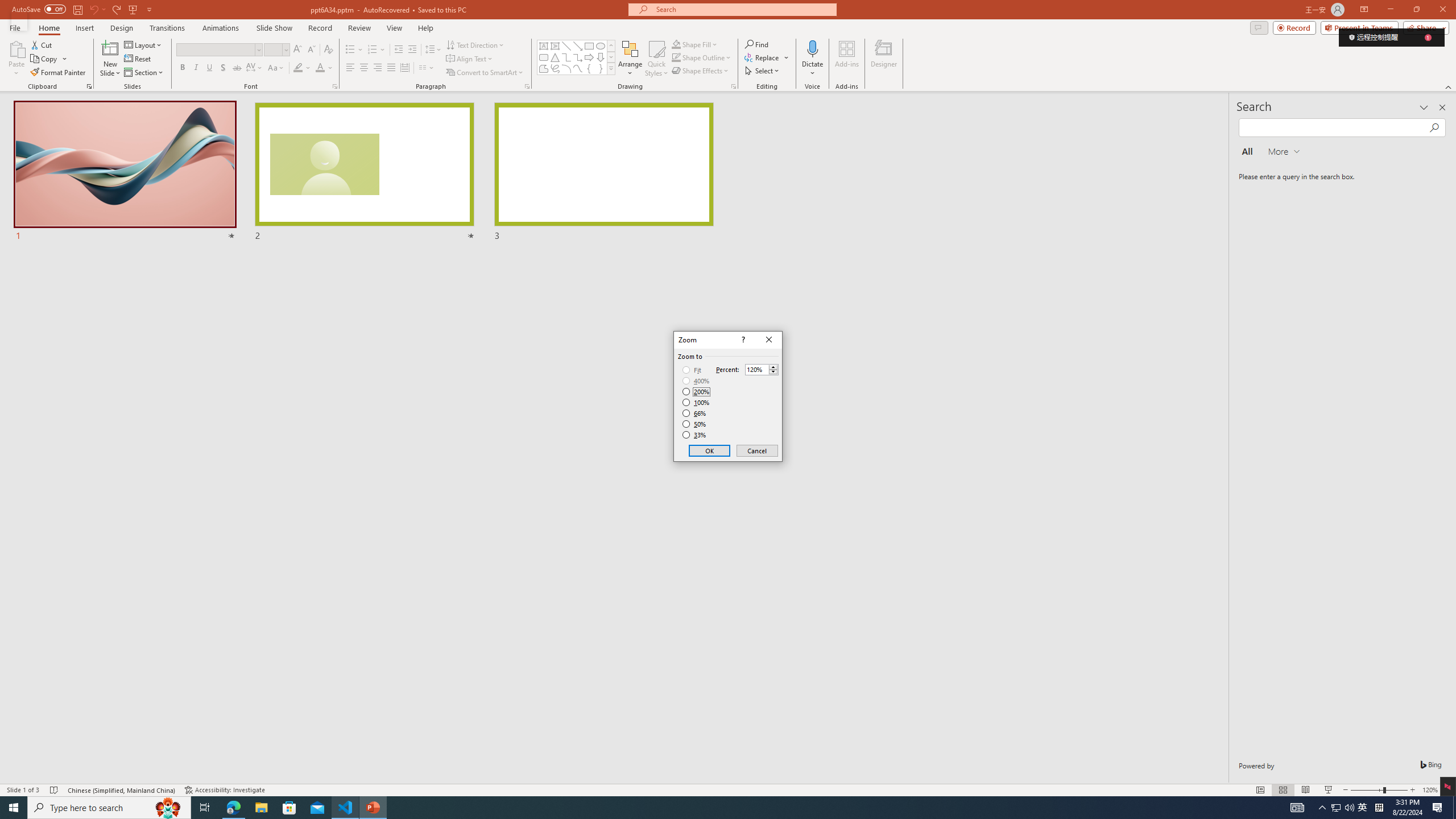 This screenshot has width=1456, height=819. Describe the element at coordinates (183, 67) in the screenshot. I see `'Bold'` at that location.